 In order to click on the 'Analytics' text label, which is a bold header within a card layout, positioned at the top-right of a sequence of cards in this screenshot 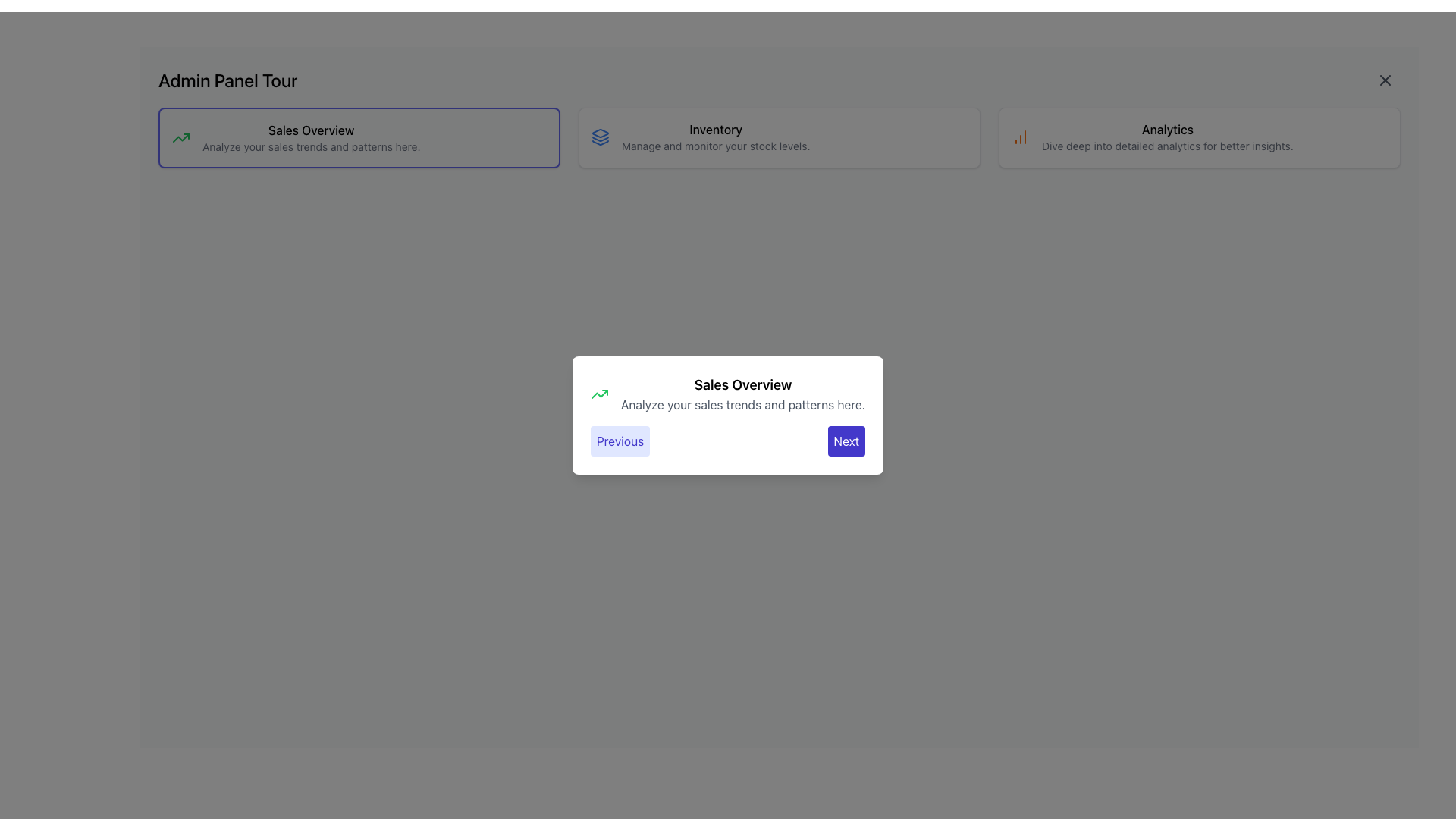, I will do `click(1166, 128)`.